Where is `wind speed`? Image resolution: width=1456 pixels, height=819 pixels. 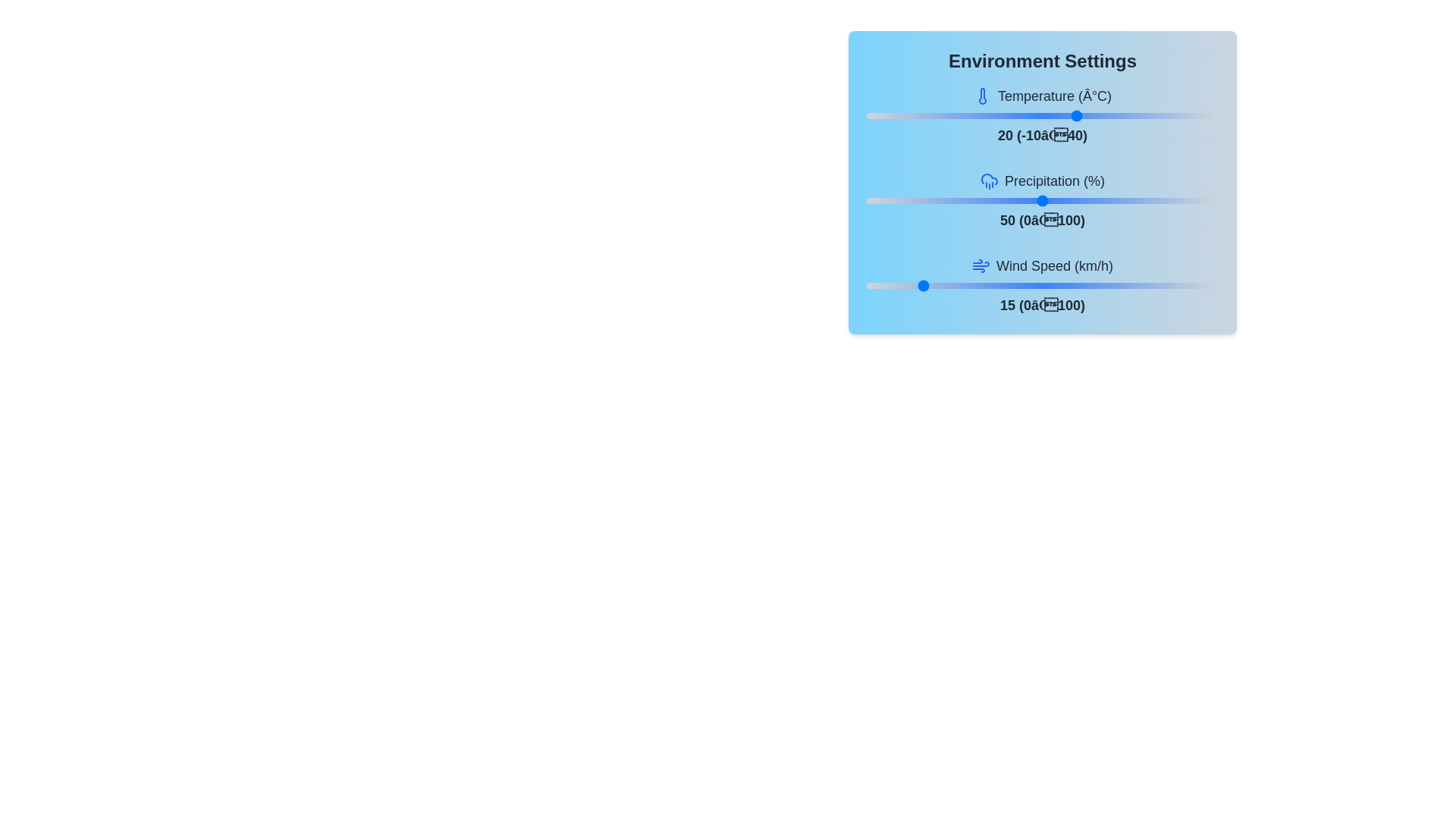 wind speed is located at coordinates (1158, 286).